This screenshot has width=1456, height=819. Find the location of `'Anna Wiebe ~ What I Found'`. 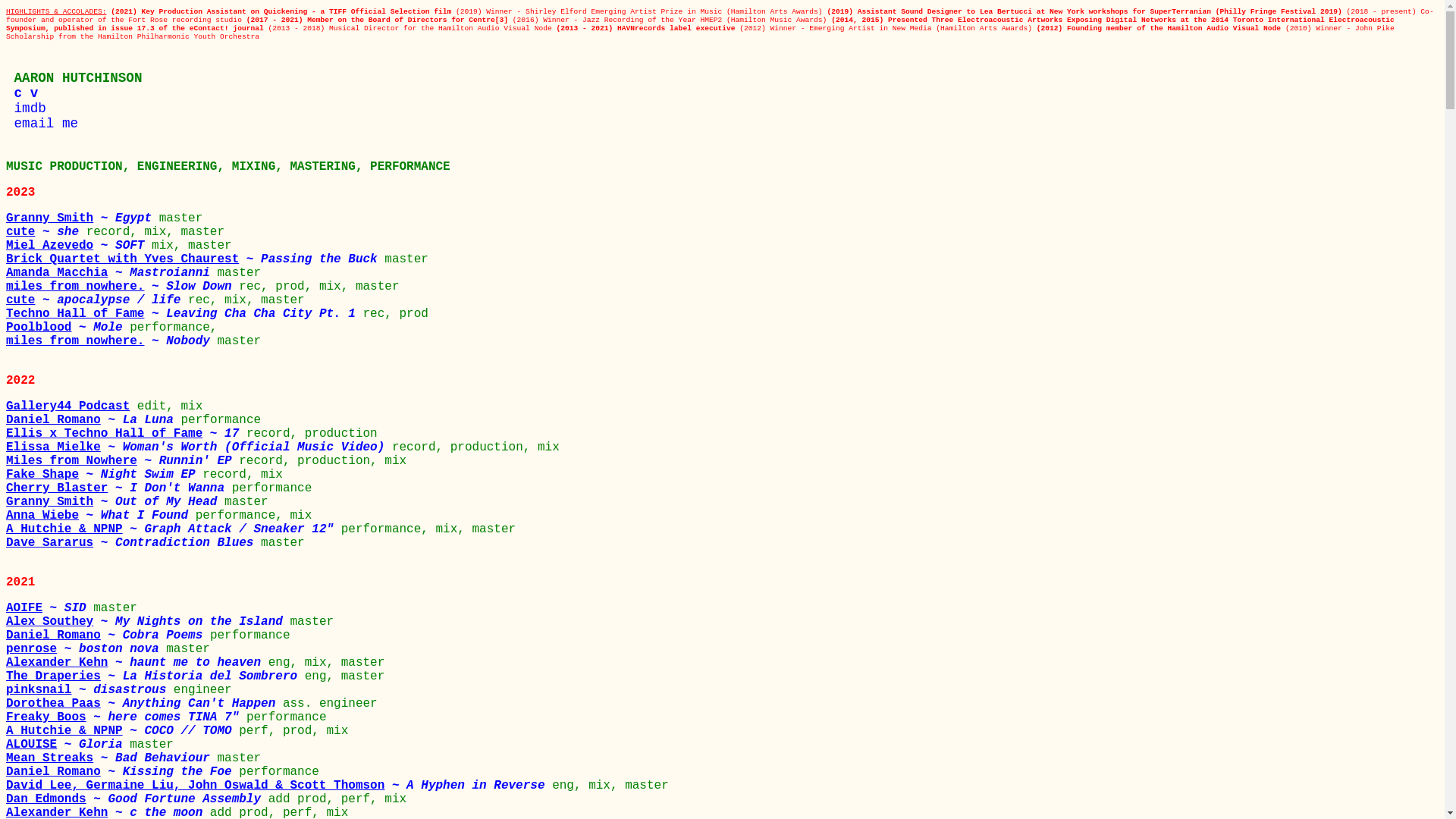

'Anna Wiebe ~ What I Found' is located at coordinates (100, 514).